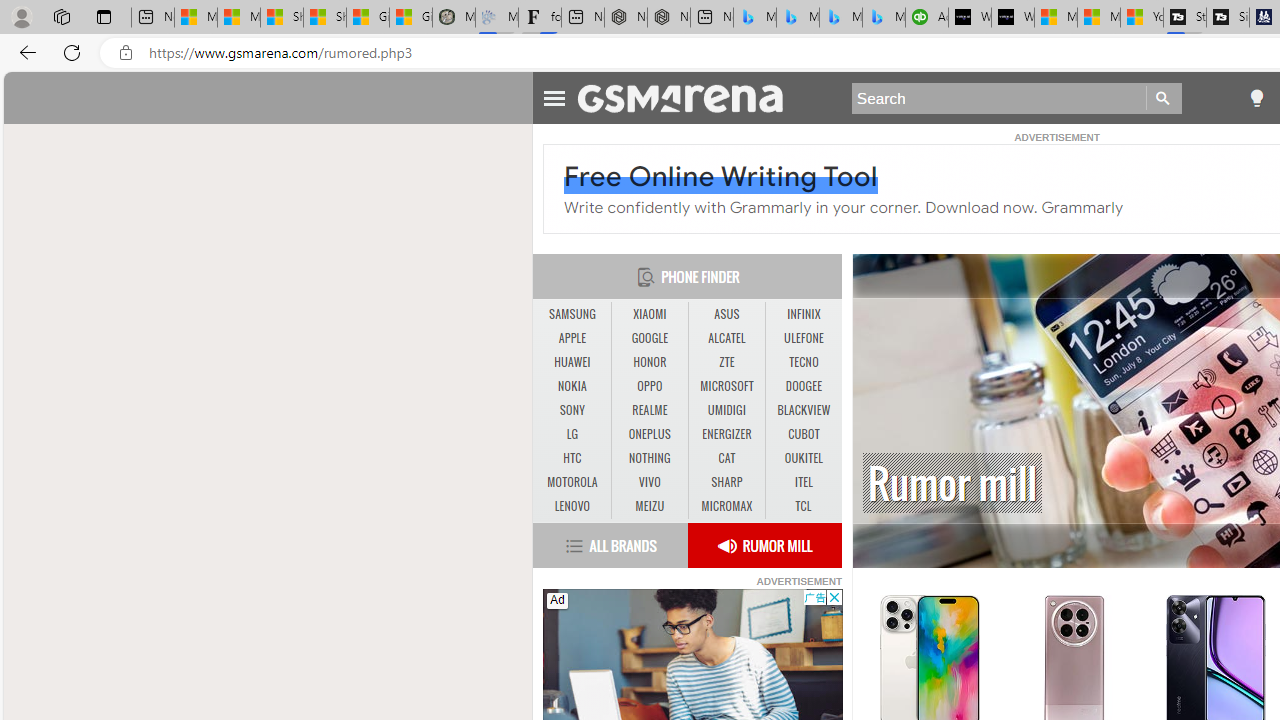 This screenshot has width=1280, height=720. What do you see at coordinates (649, 386) in the screenshot?
I see `'OPPO'` at bounding box center [649, 386].